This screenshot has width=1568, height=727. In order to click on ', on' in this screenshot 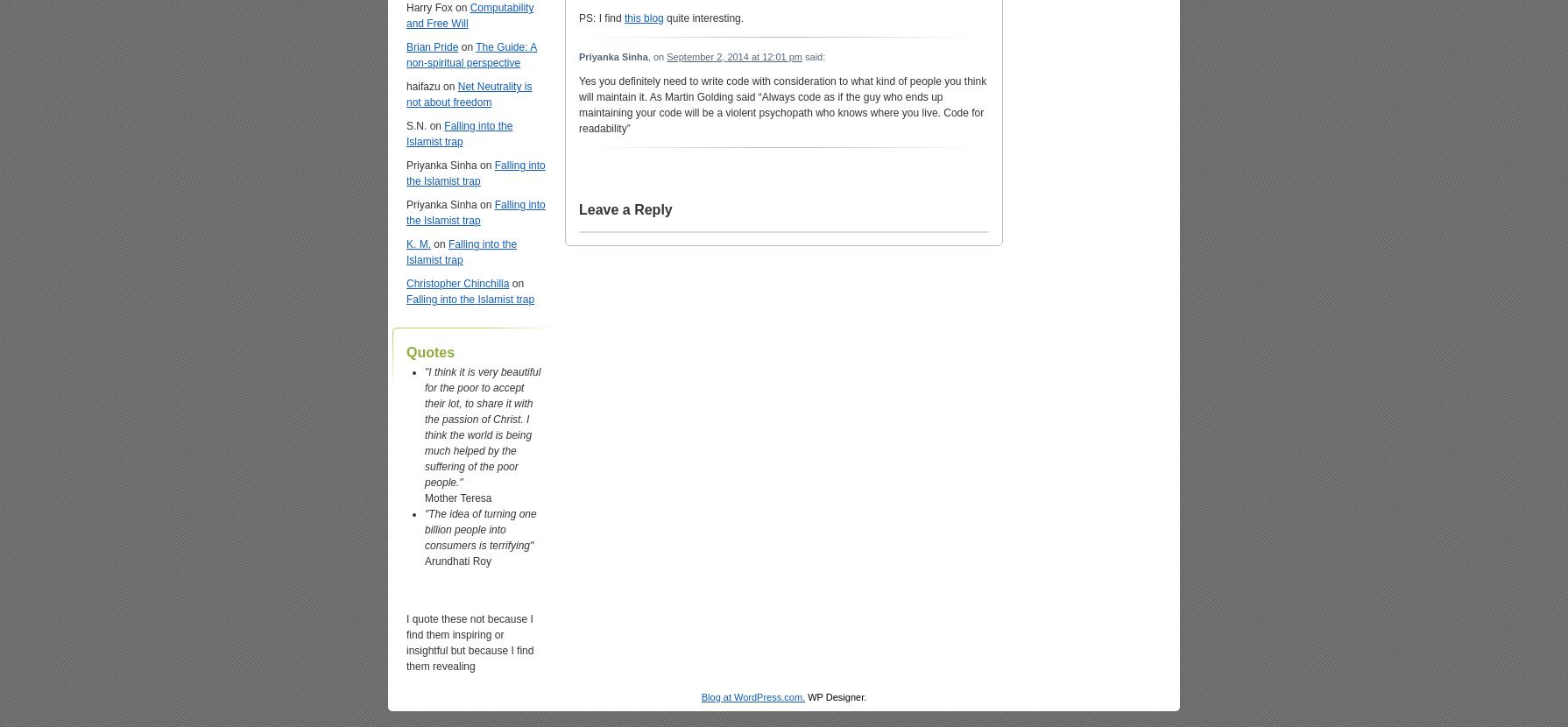, I will do `click(656, 54)`.